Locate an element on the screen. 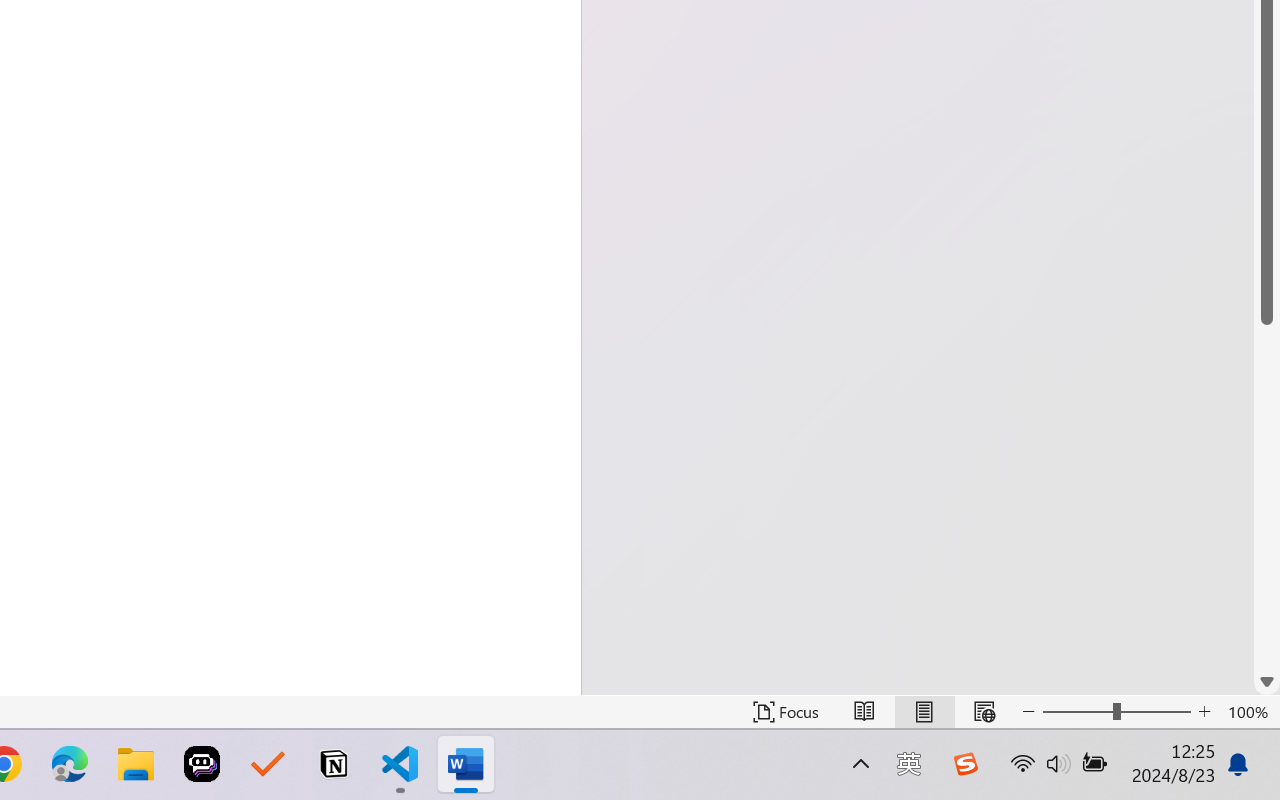  'Line down' is located at coordinates (1266, 682).